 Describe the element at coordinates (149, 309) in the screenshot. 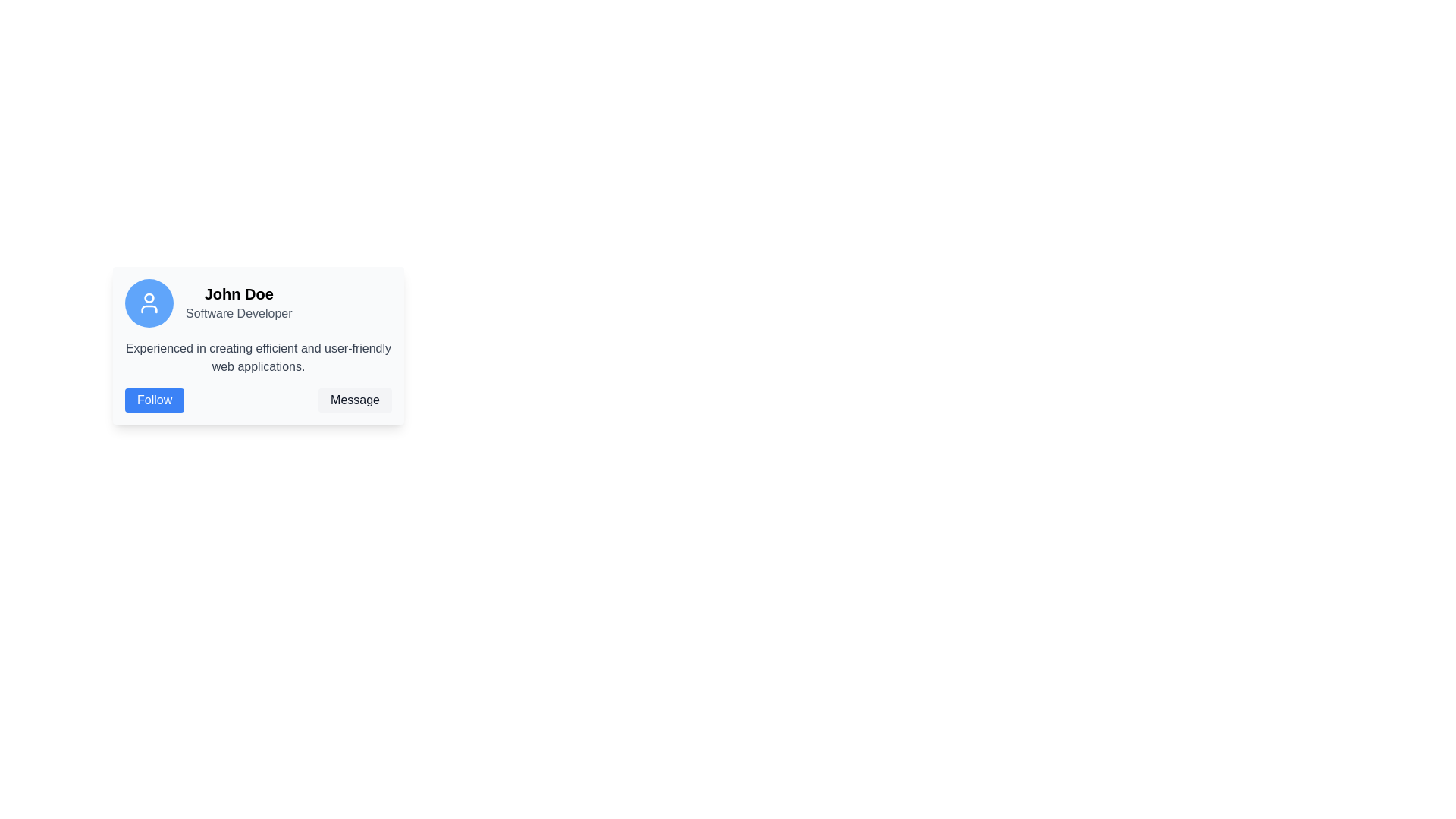

I see `the lower part of the humanoid icon, which is a curved geometric feature resembling a hollow arc, positioned within a blue circular background to the left of the text 'John Doe' and the designation 'Software Developer'` at that location.